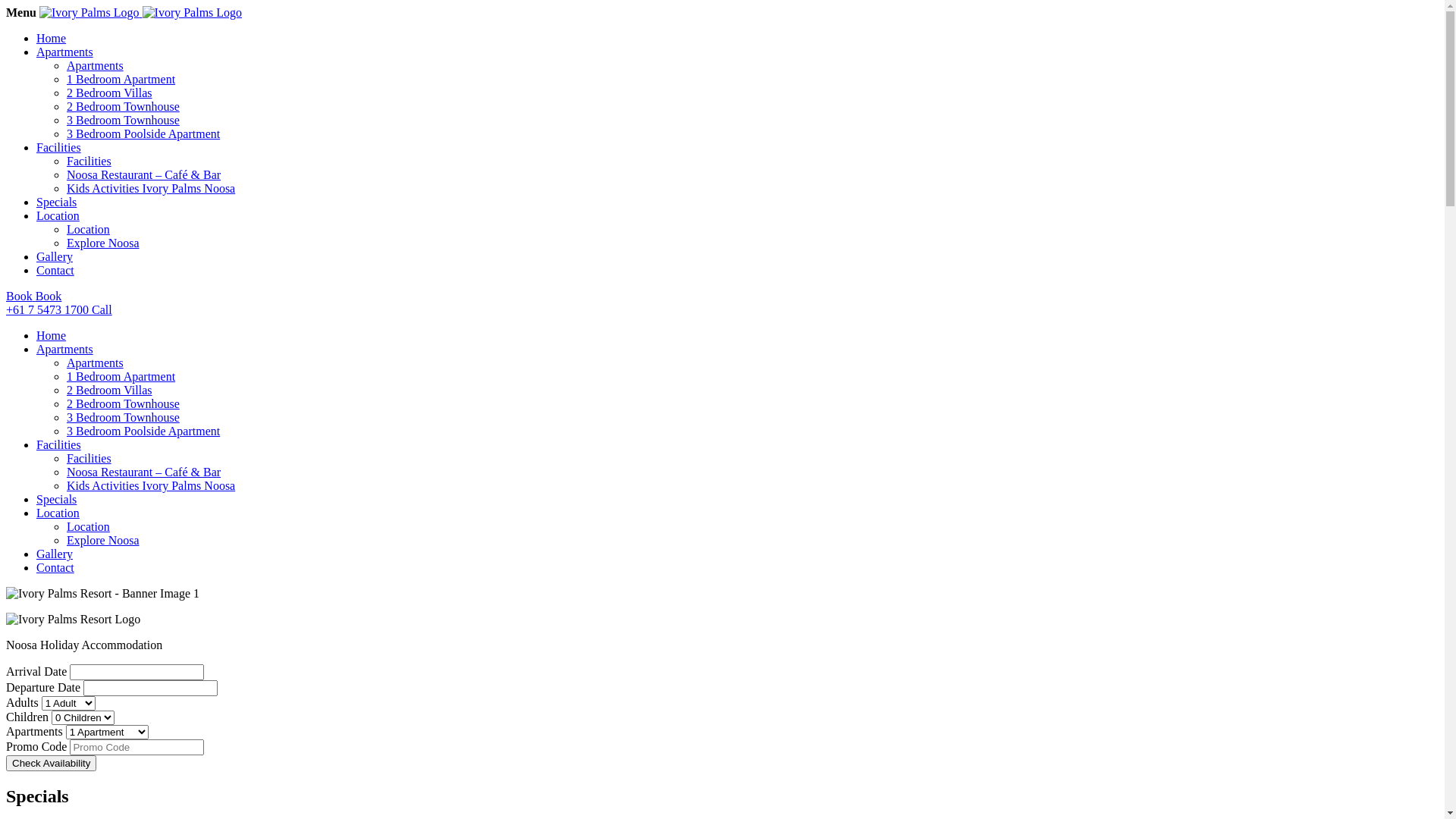  What do you see at coordinates (123, 403) in the screenshot?
I see `'2 Bedroom Townhouse'` at bounding box center [123, 403].